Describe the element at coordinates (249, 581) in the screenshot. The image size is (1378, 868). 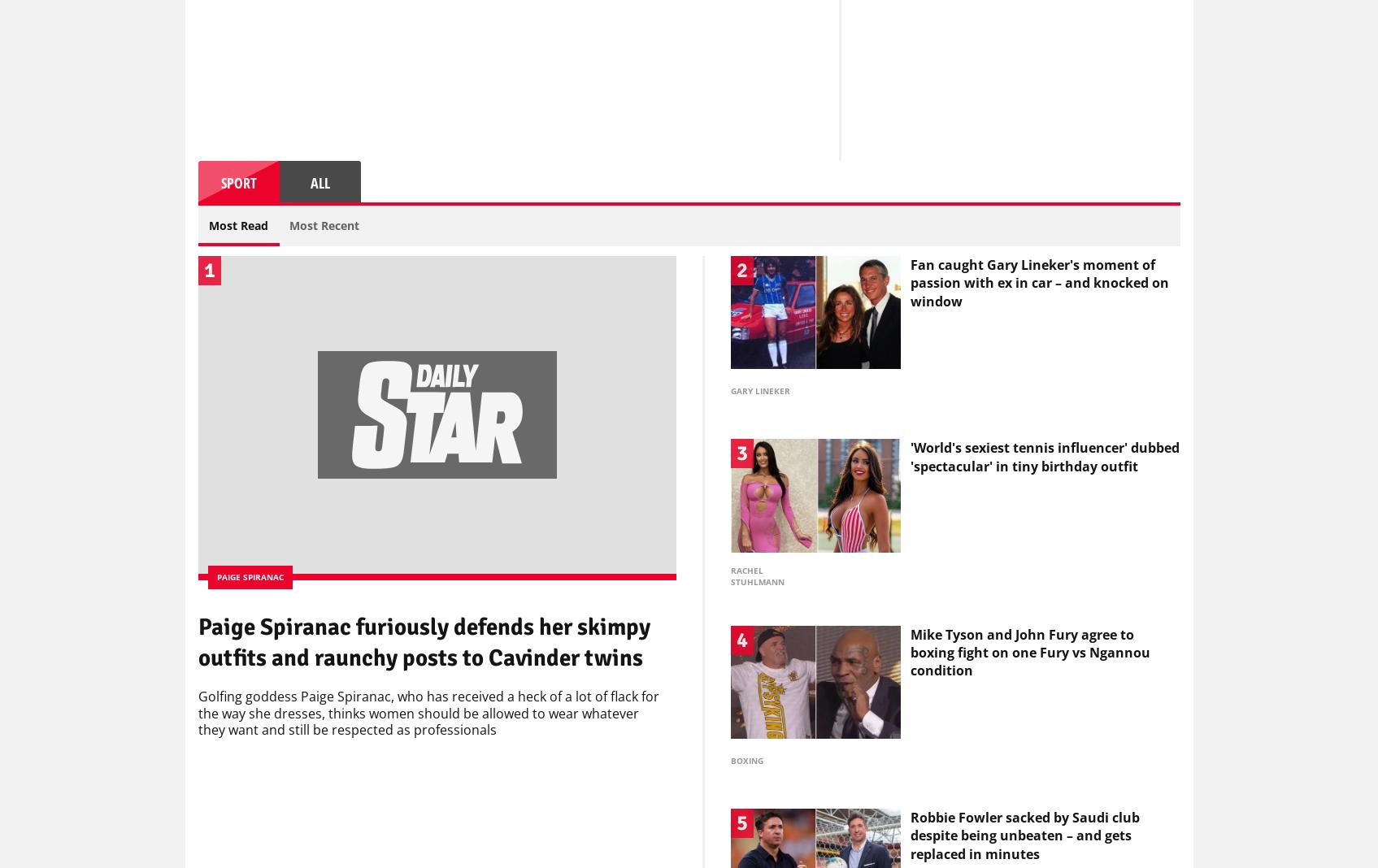
I see `'Paige Spiranac'` at that location.